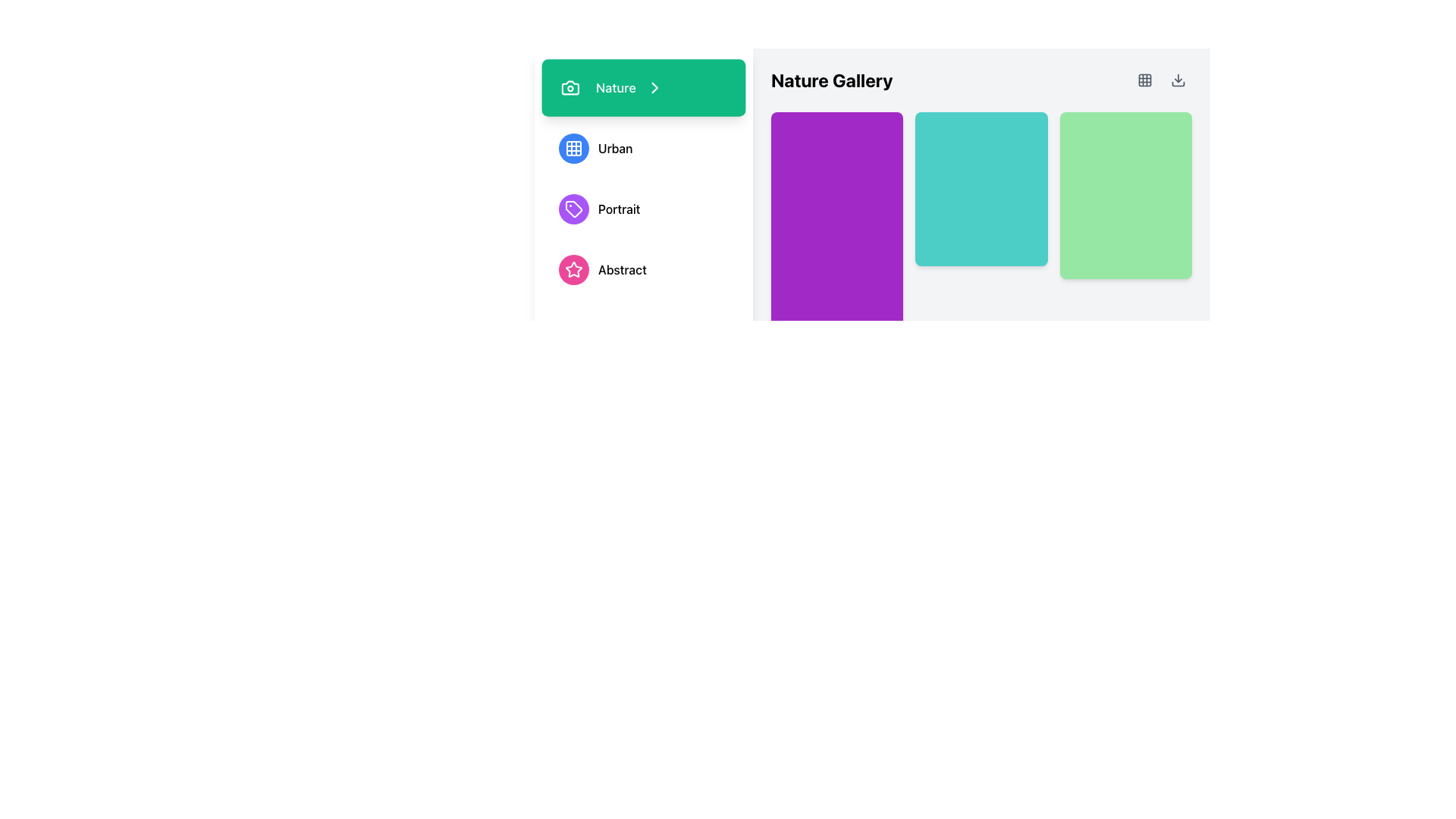 This screenshot has height=819, width=1456. What do you see at coordinates (1145, 80) in the screenshot?
I see `the square button with a light gray background and rounded corners, which contains a 3x3 grid icon, located at the top-right corner of the interface` at bounding box center [1145, 80].